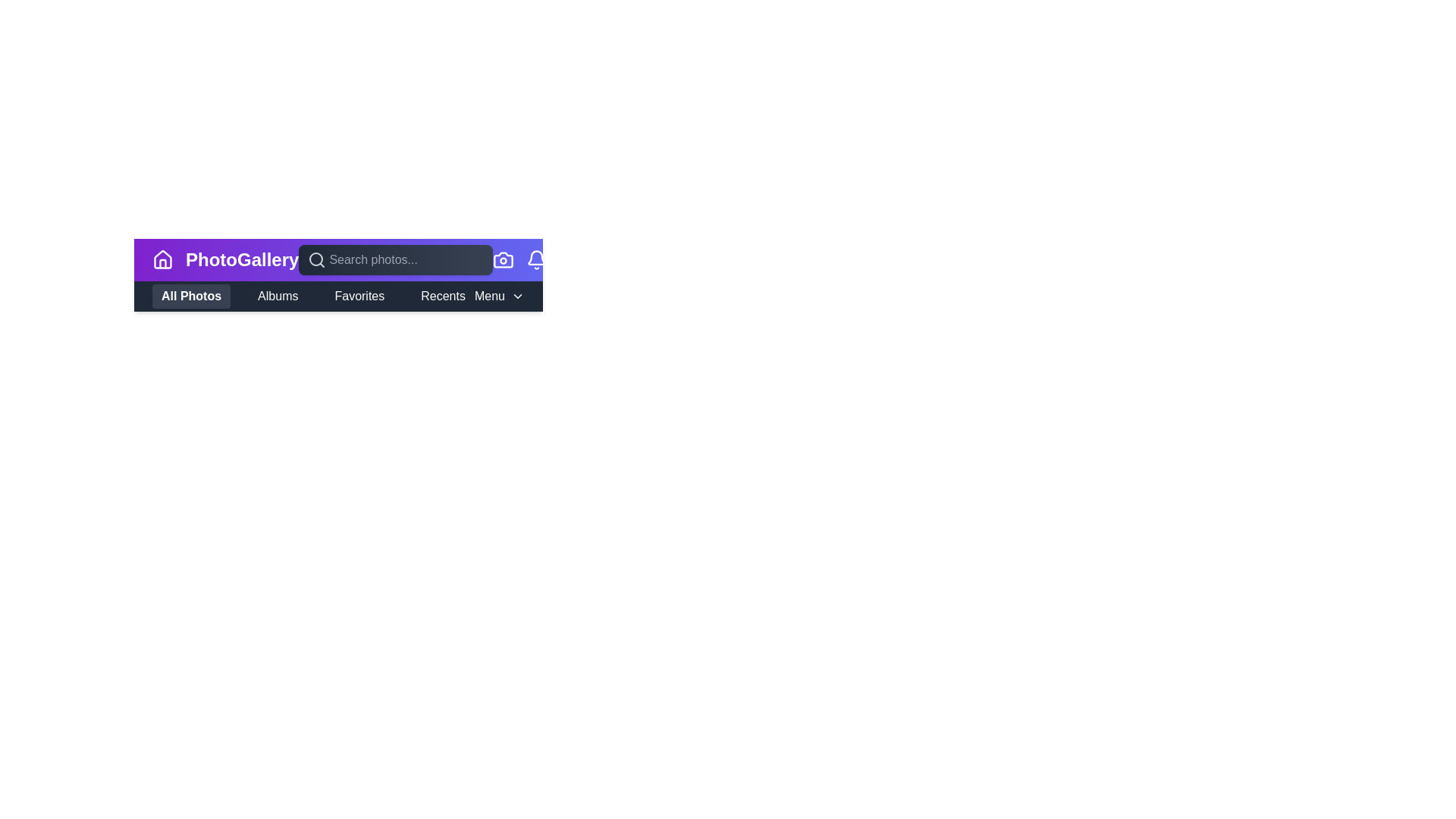  I want to click on the 'Menu' button to toggle the submenu visibility, so click(517, 296).